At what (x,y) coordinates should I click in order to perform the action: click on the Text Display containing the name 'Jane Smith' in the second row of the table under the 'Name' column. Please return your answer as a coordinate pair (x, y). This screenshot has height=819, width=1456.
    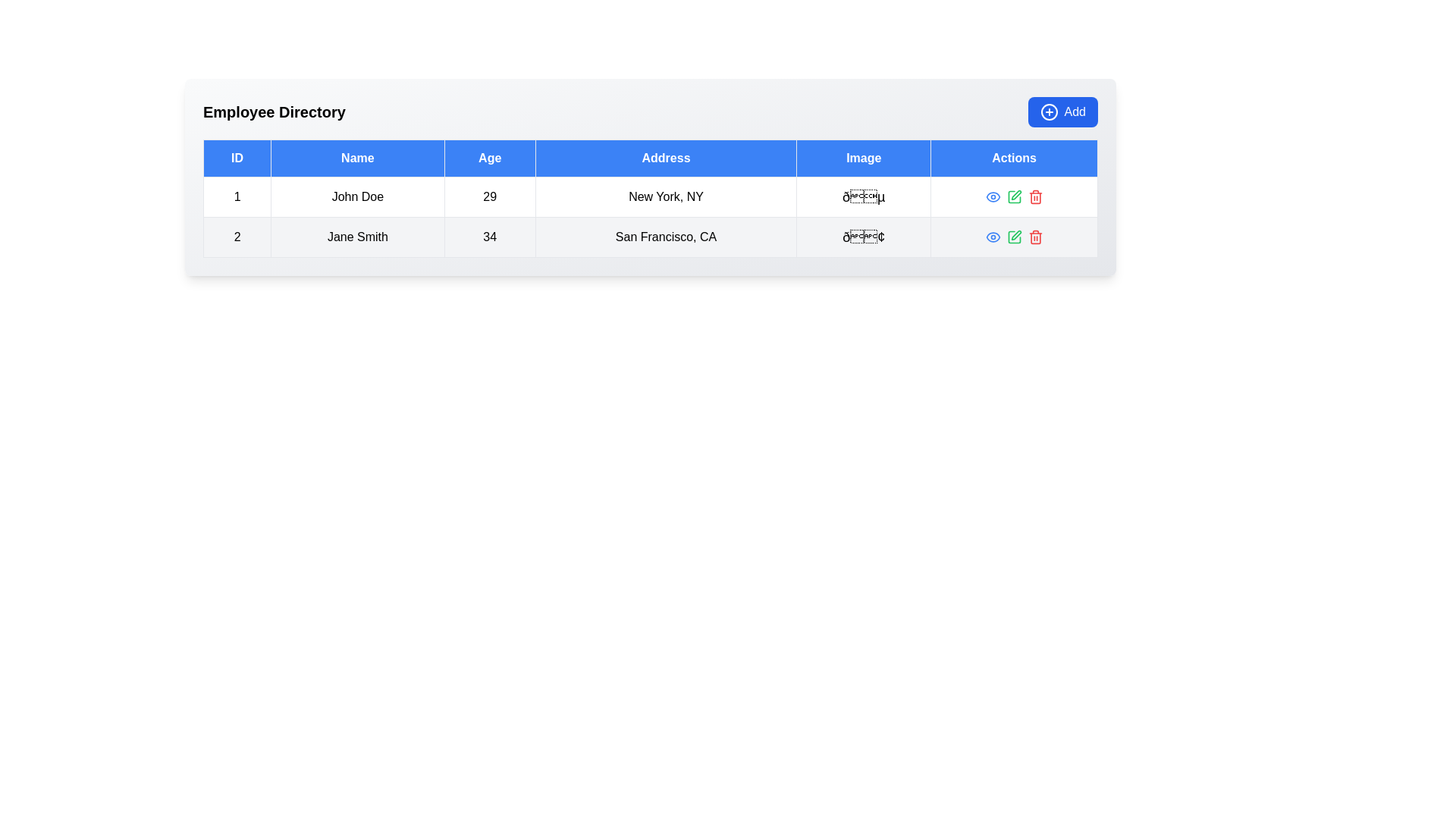
    Looking at the image, I should click on (356, 237).